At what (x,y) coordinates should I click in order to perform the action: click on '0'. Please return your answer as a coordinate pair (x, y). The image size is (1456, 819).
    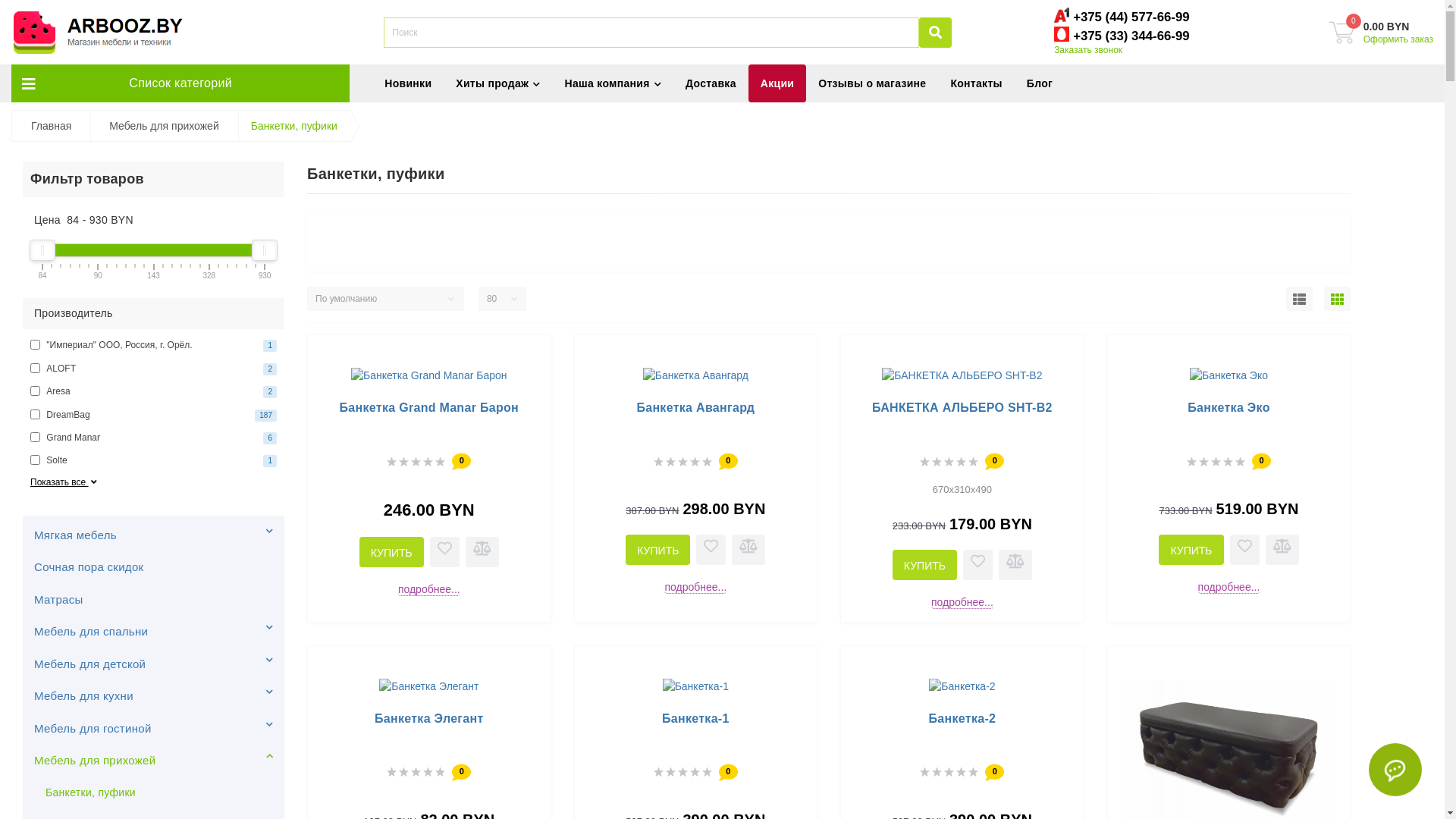
    Looking at the image, I should click on (1342, 32).